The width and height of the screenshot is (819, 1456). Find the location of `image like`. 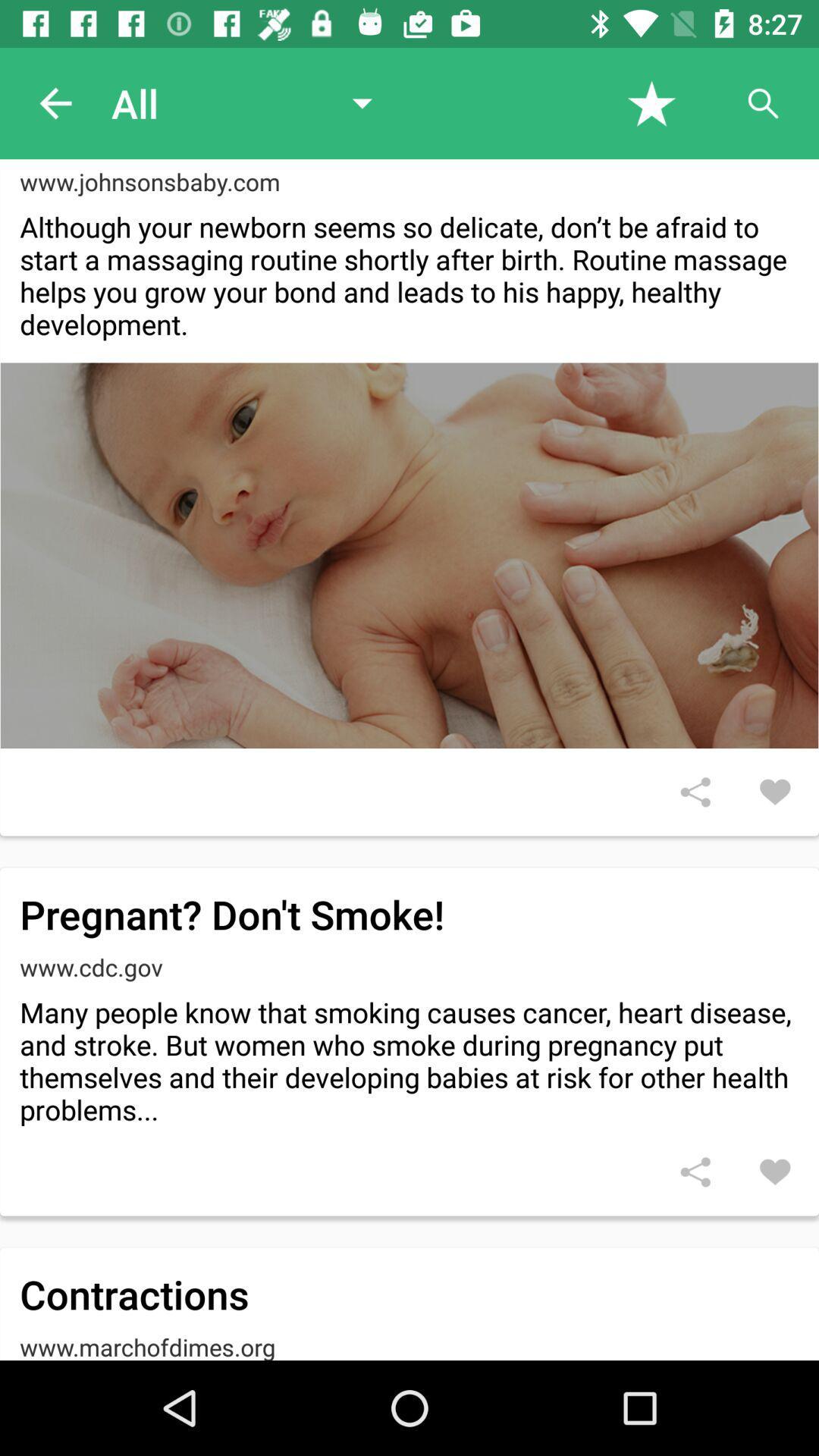

image like is located at coordinates (775, 791).